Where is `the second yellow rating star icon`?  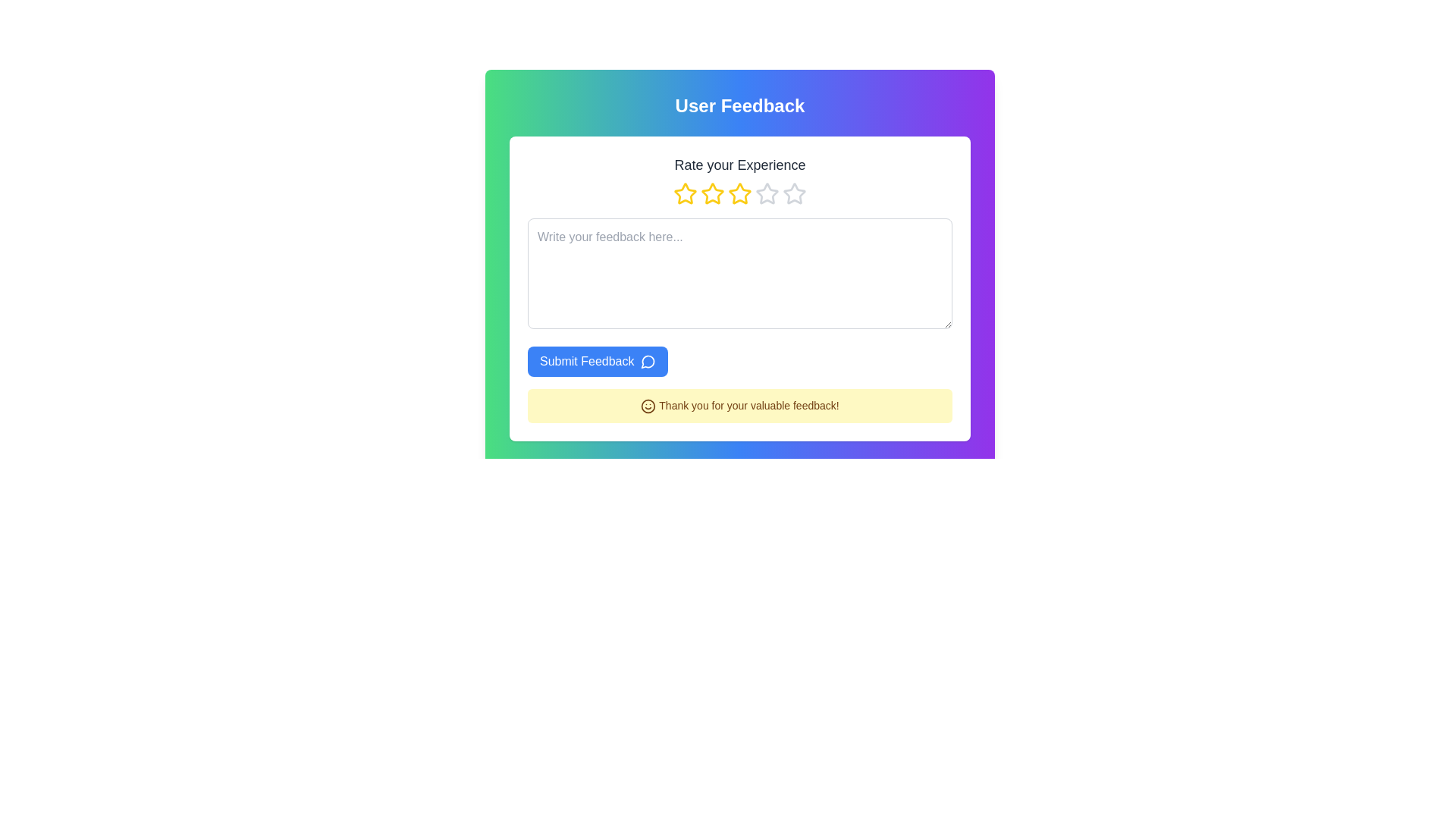
the second yellow rating star icon is located at coordinates (684, 193).